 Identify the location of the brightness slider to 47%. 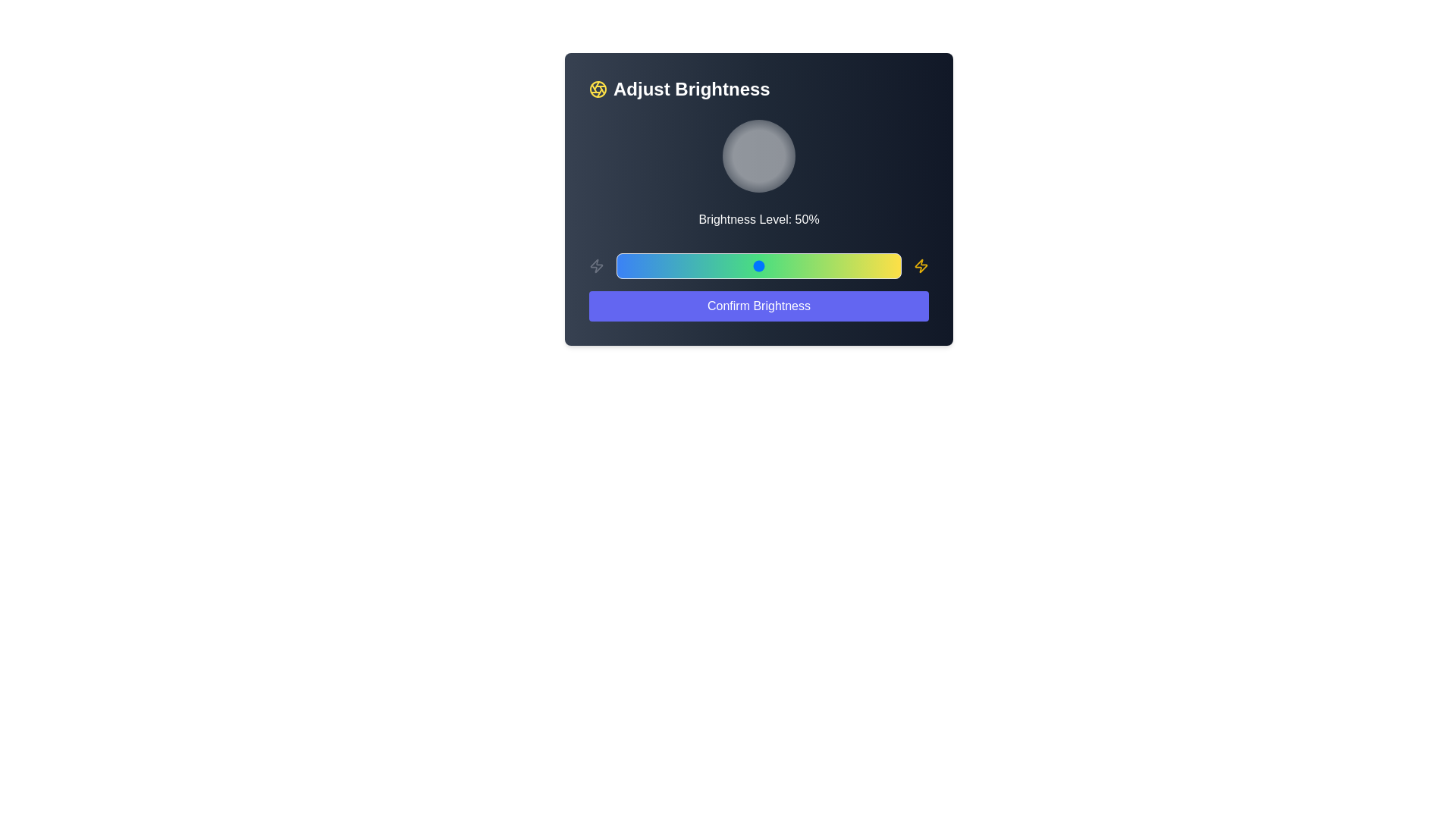
(750, 265).